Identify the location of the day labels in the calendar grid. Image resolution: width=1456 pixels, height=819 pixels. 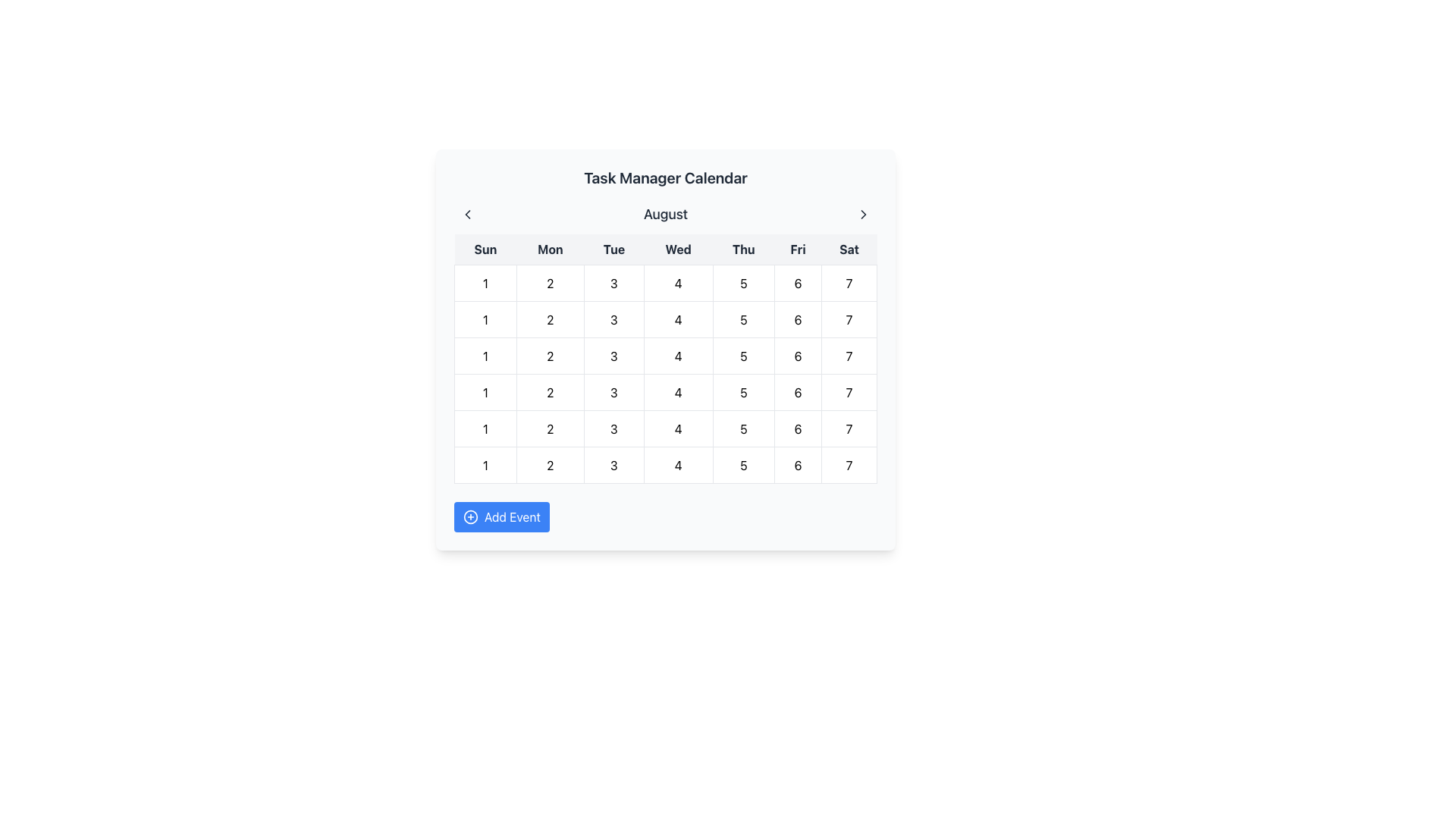
(666, 248).